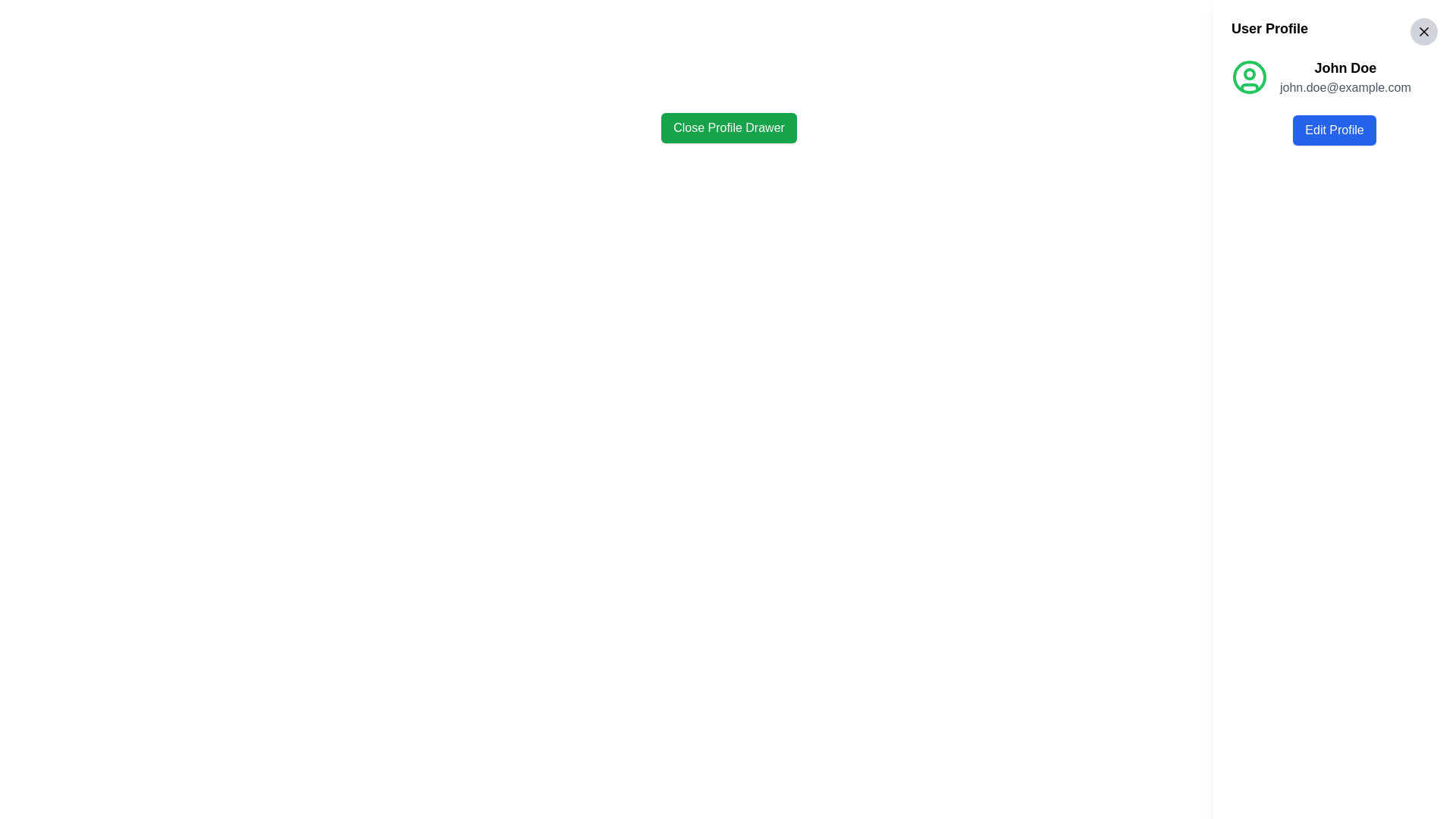  Describe the element at coordinates (1249, 74) in the screenshot. I see `the small circular shape located within the larger circle in the profile section of the interface, positioned to the left of the username and email address` at that location.